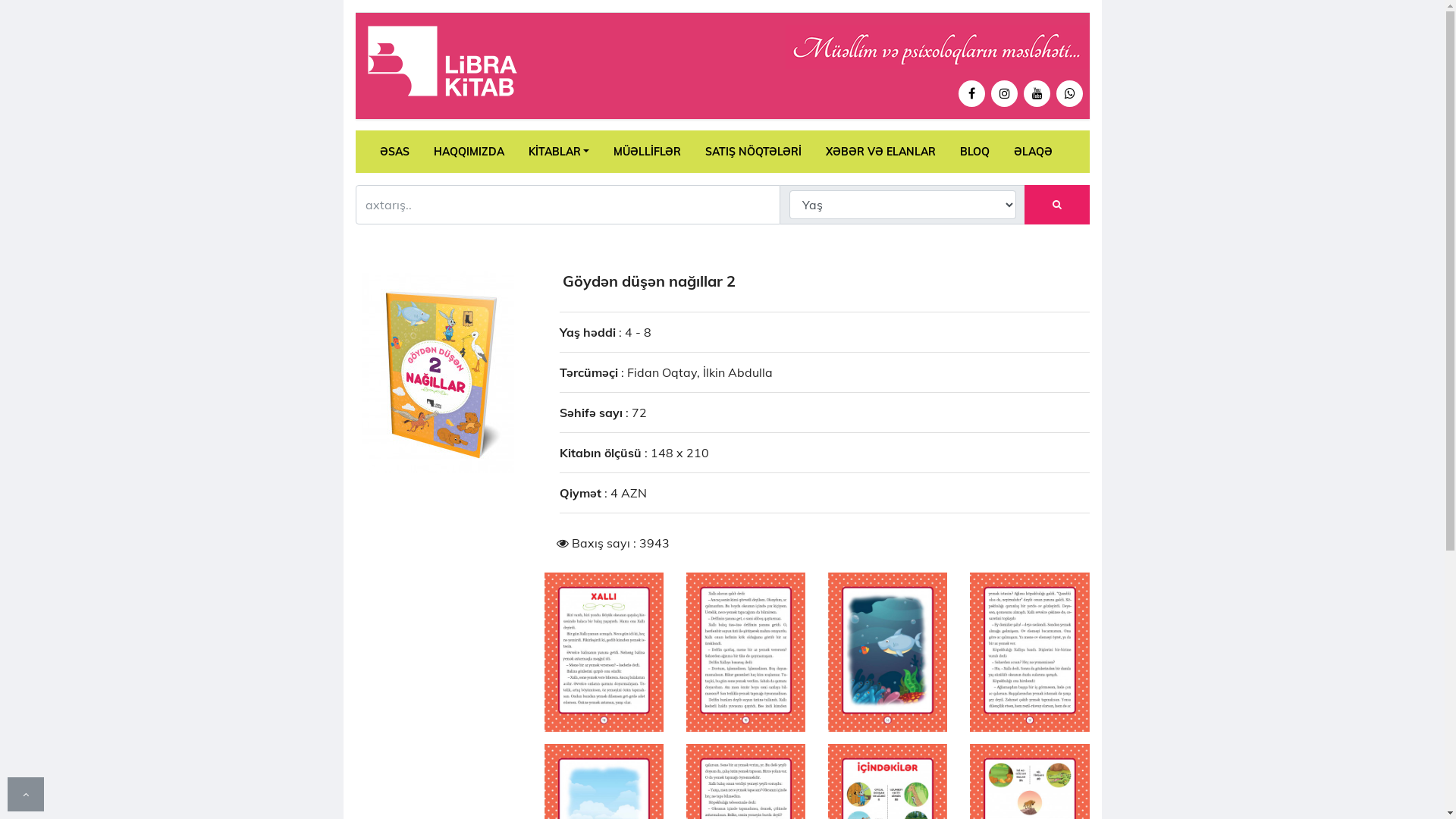 This screenshot has width=1456, height=819. What do you see at coordinates (422, 152) in the screenshot?
I see `'HAQQIMIZDA'` at bounding box center [422, 152].